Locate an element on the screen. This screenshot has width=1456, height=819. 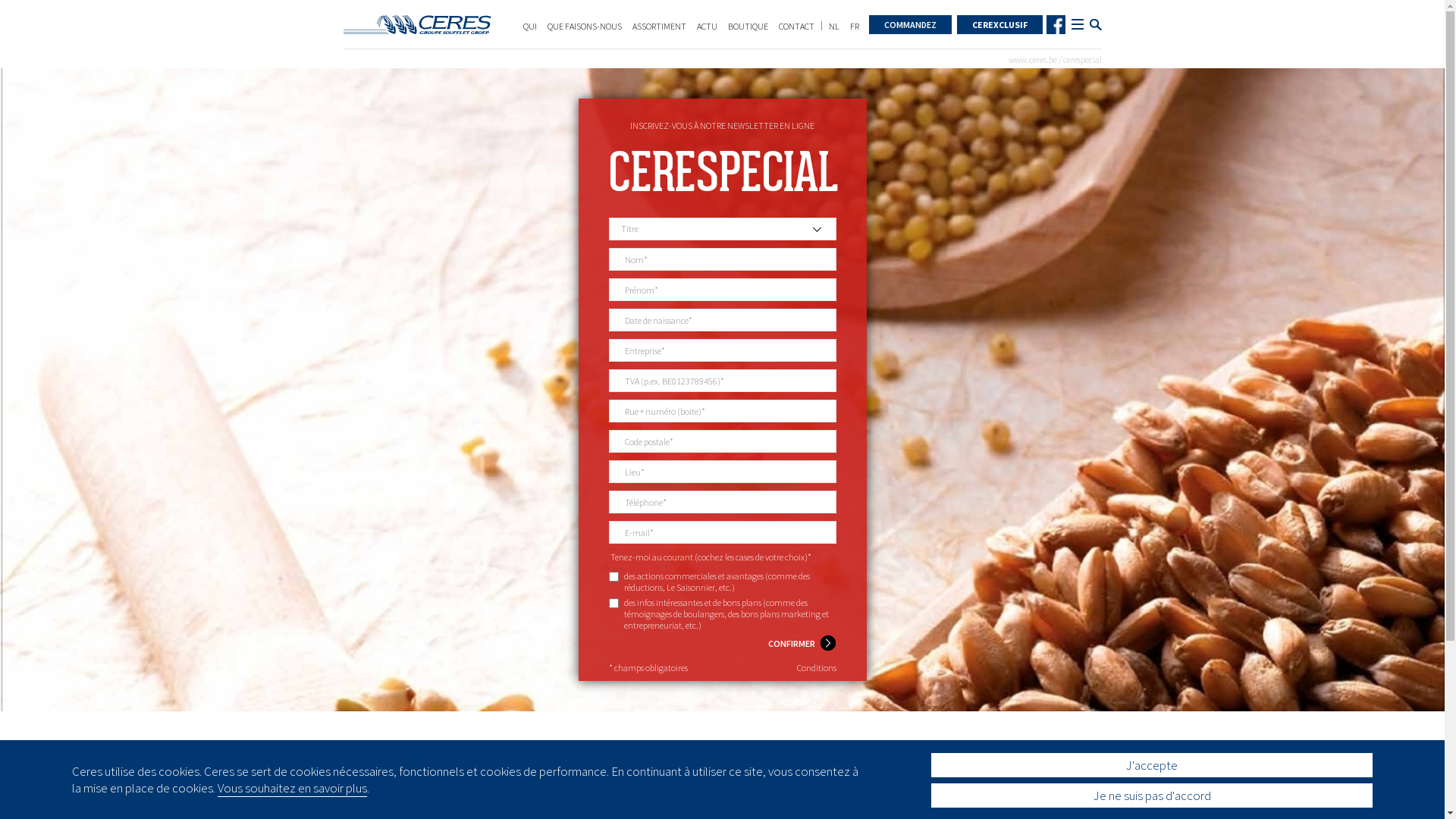
'NL' is located at coordinates (833, 26).